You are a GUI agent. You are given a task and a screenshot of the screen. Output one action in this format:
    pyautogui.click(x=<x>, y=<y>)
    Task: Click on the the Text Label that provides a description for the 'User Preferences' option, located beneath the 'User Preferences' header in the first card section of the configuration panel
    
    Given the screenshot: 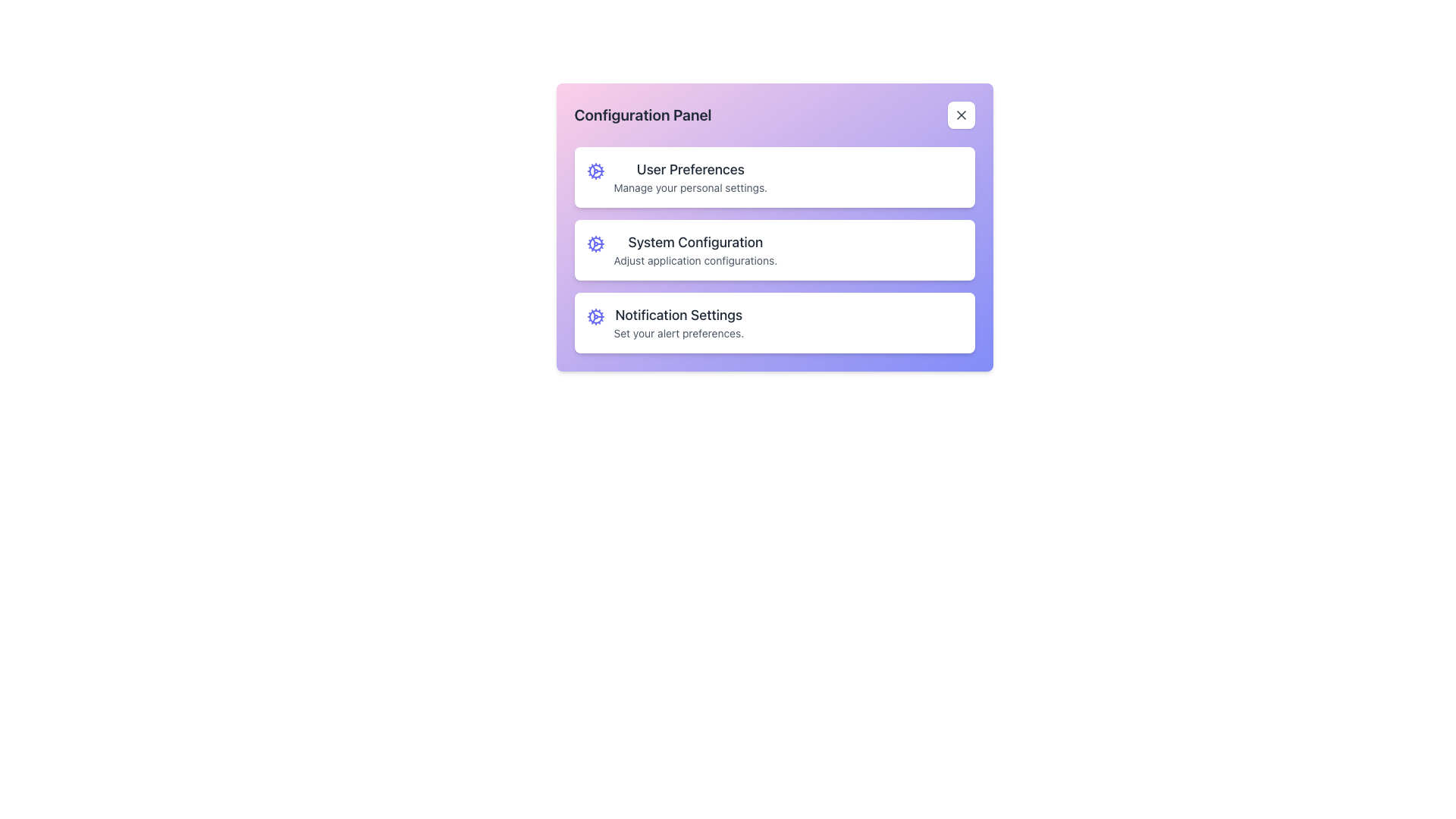 What is the action you would take?
    pyautogui.click(x=689, y=187)
    